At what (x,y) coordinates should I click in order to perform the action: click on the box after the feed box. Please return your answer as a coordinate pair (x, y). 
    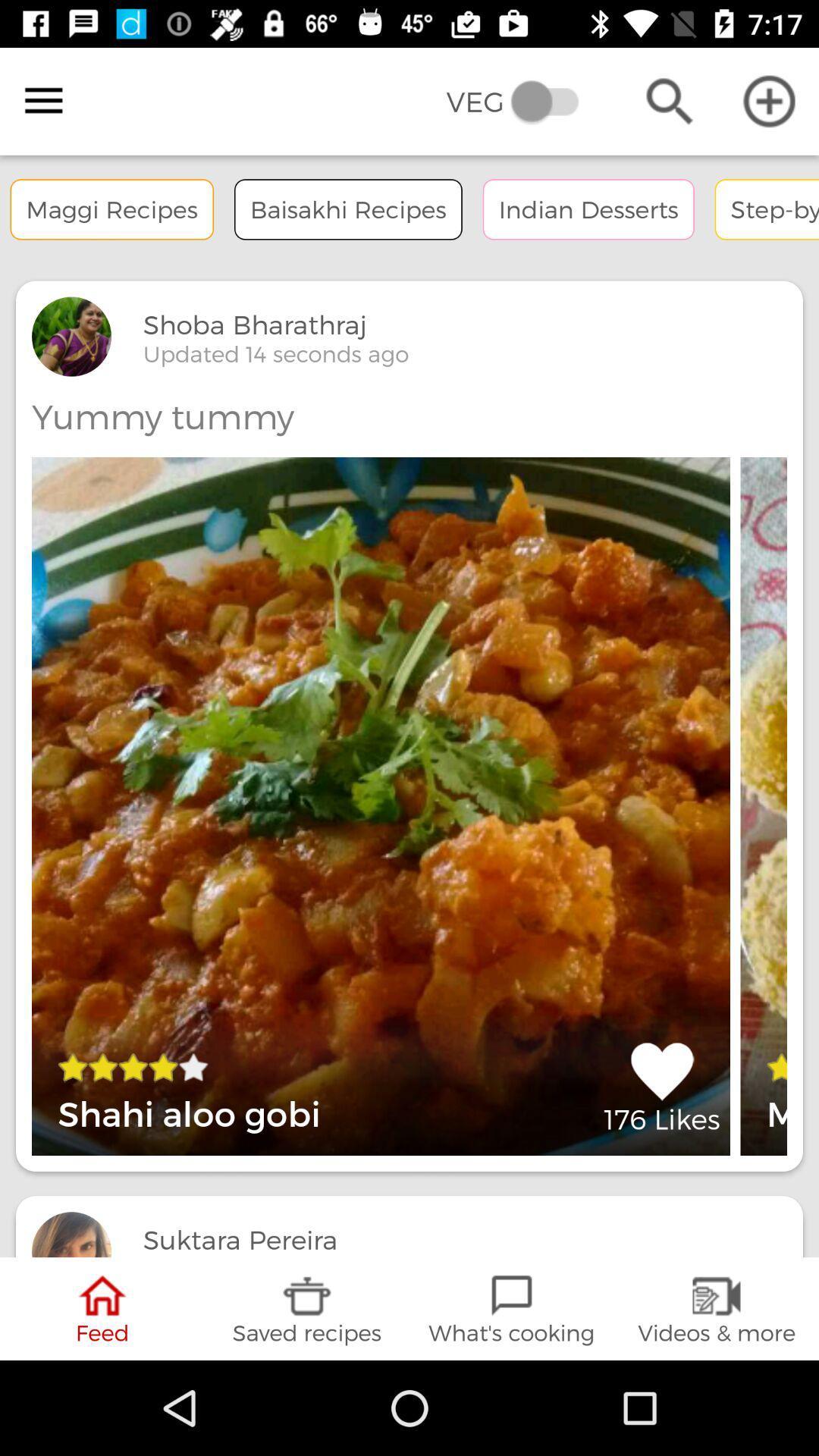
    Looking at the image, I should click on (307, 1308).